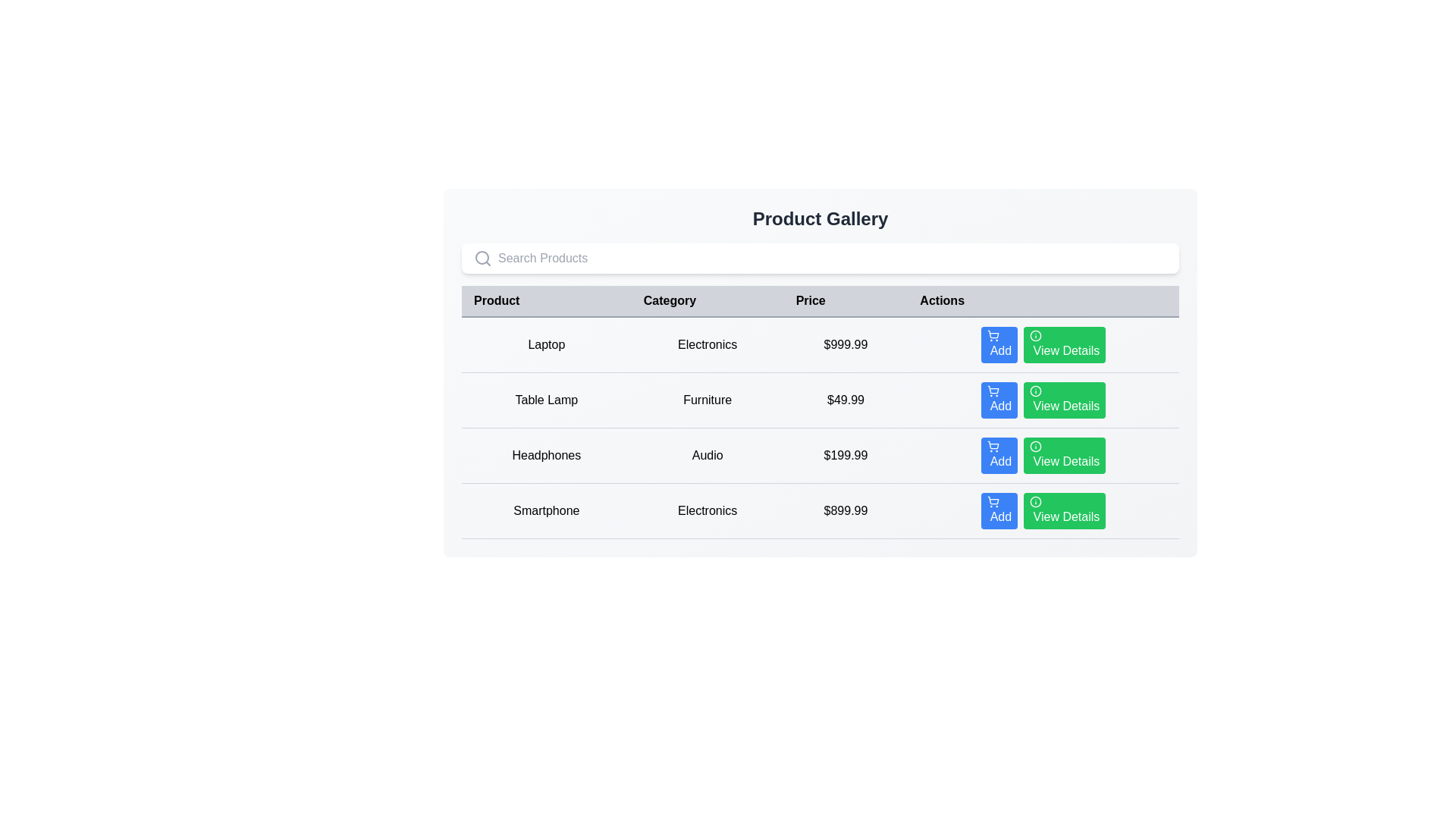 The height and width of the screenshot is (819, 1456). Describe the element at coordinates (845, 511) in the screenshot. I see `the text label displaying the price of the product in the fourth row, third column of the table, which is located above the 'Add' and 'View Details' buttons` at that location.